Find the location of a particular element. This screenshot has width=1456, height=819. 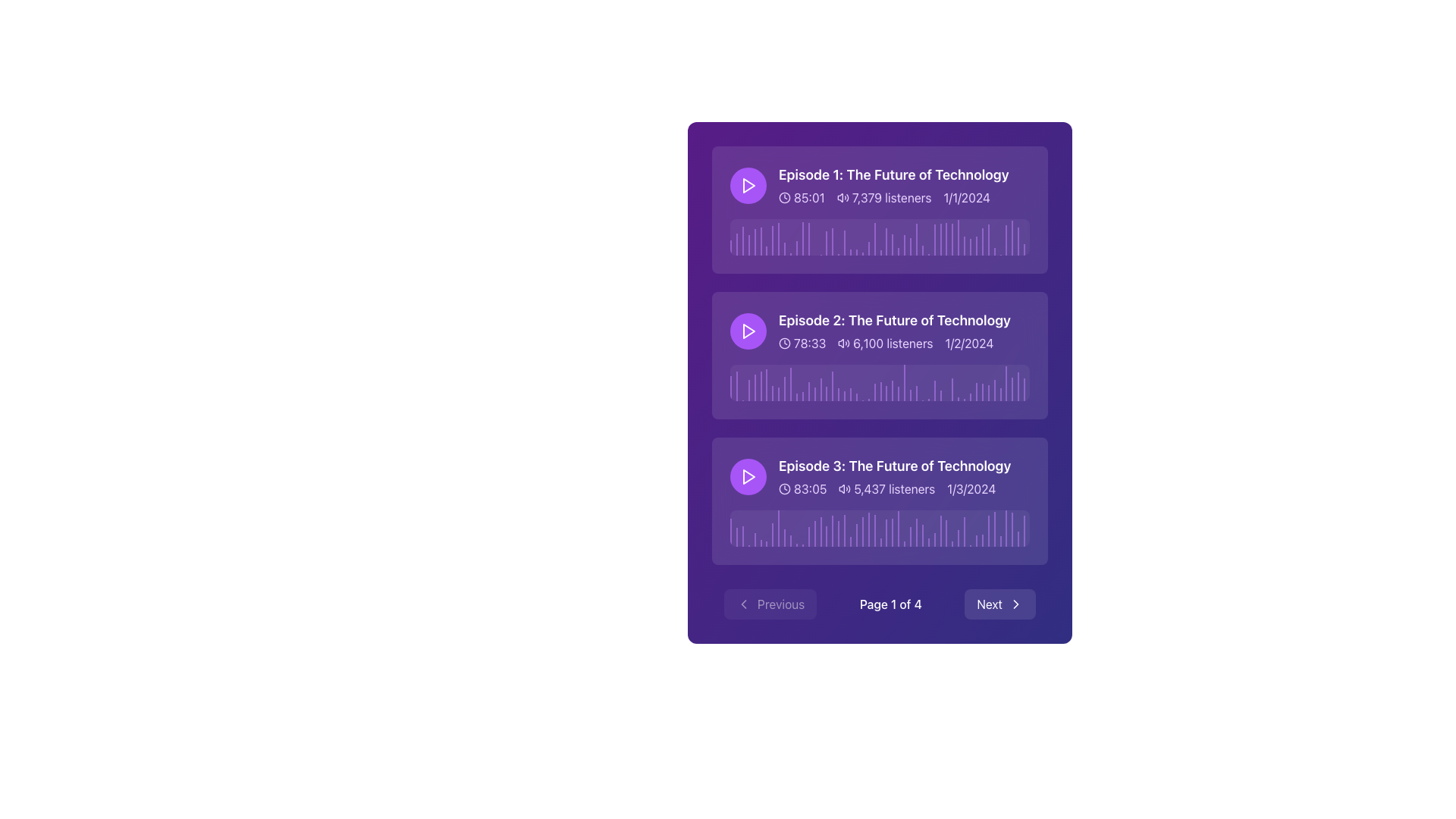

the 23rd vertical graphical bar in the horizontal progress timeline under the 'Episode 3' card, which serves as a playback position indicator is located at coordinates (862, 531).